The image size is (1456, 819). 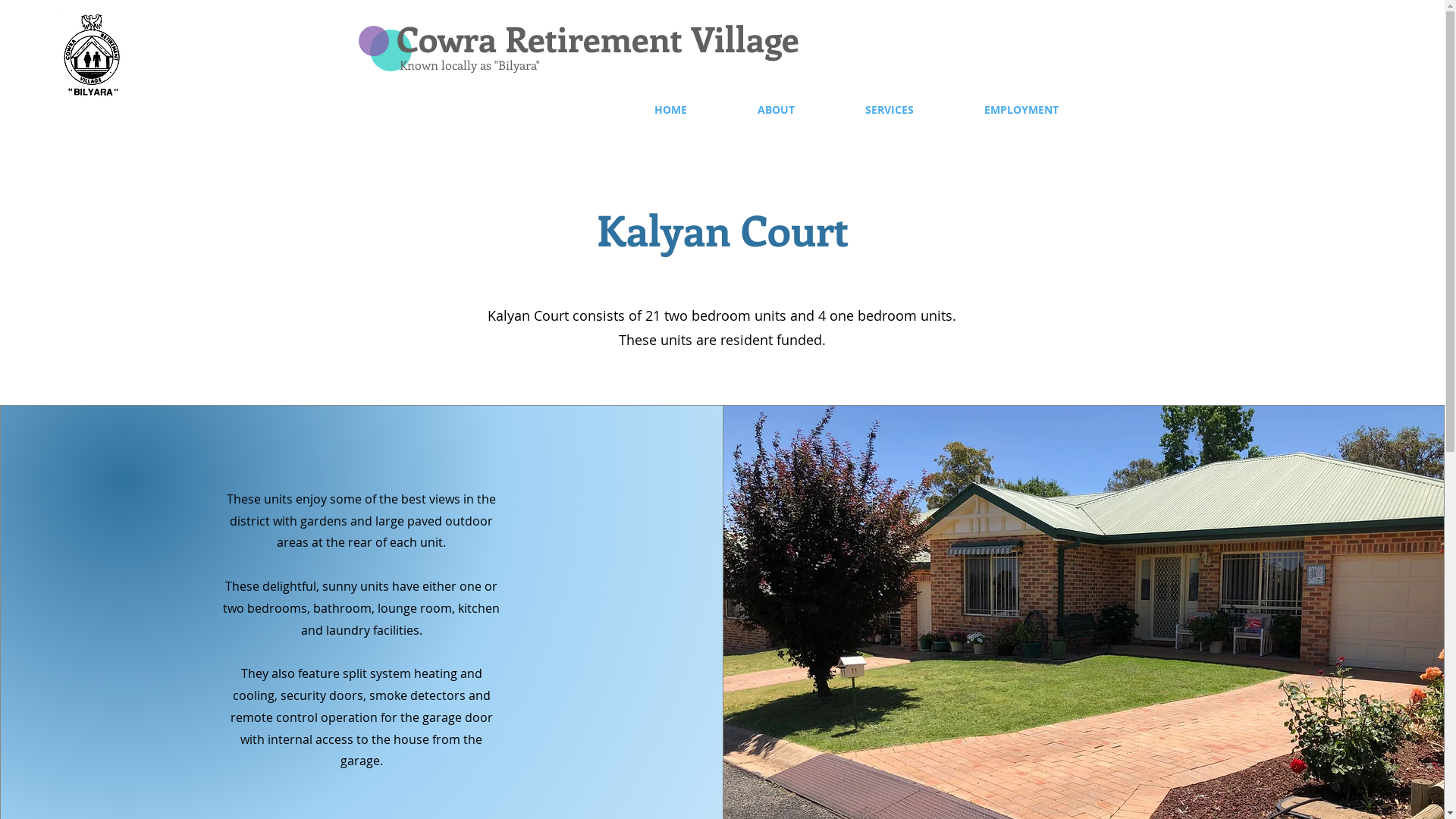 I want to click on 'HOME', so click(x=669, y=108).